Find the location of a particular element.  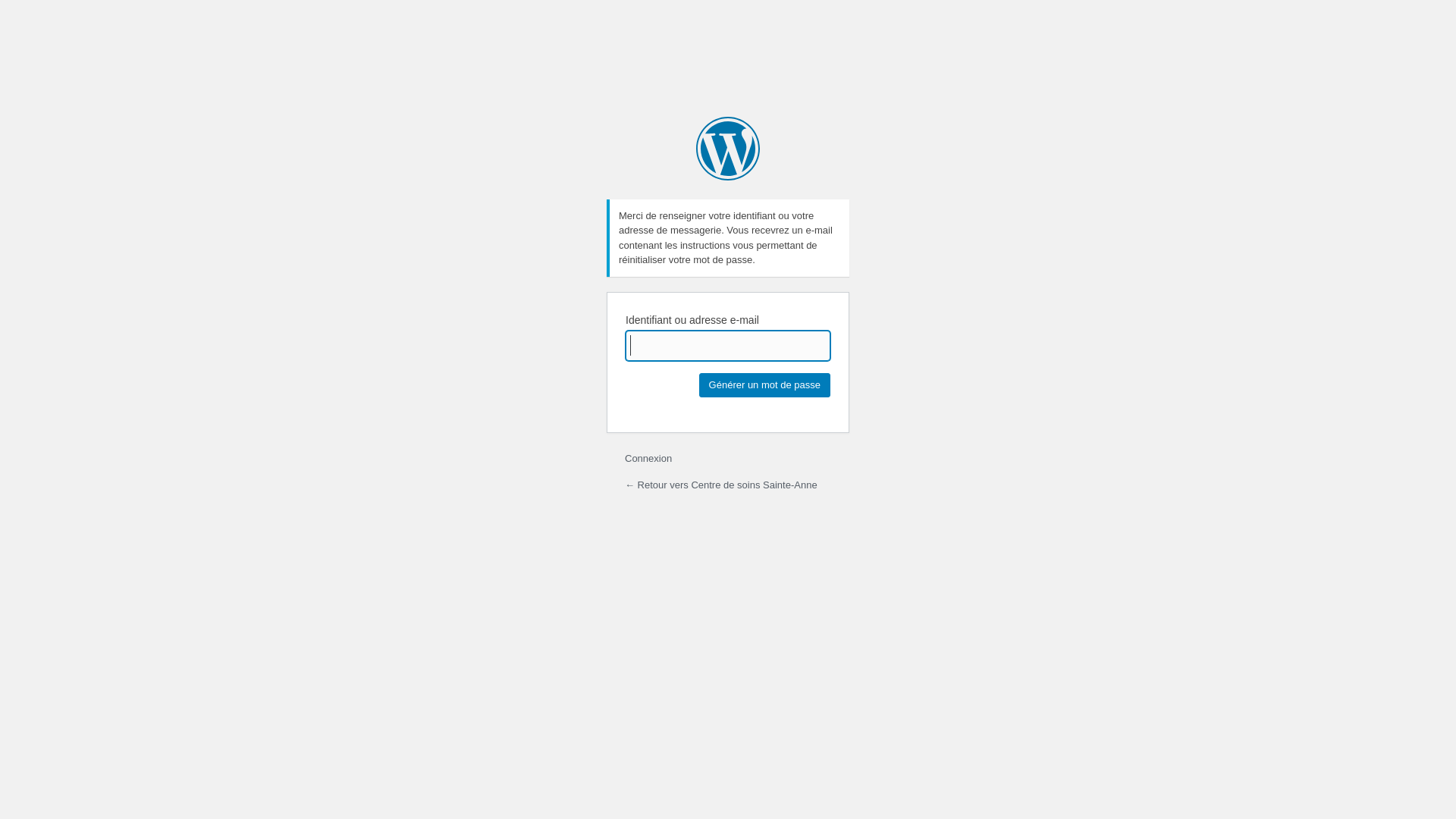

'Connexion' is located at coordinates (648, 457).